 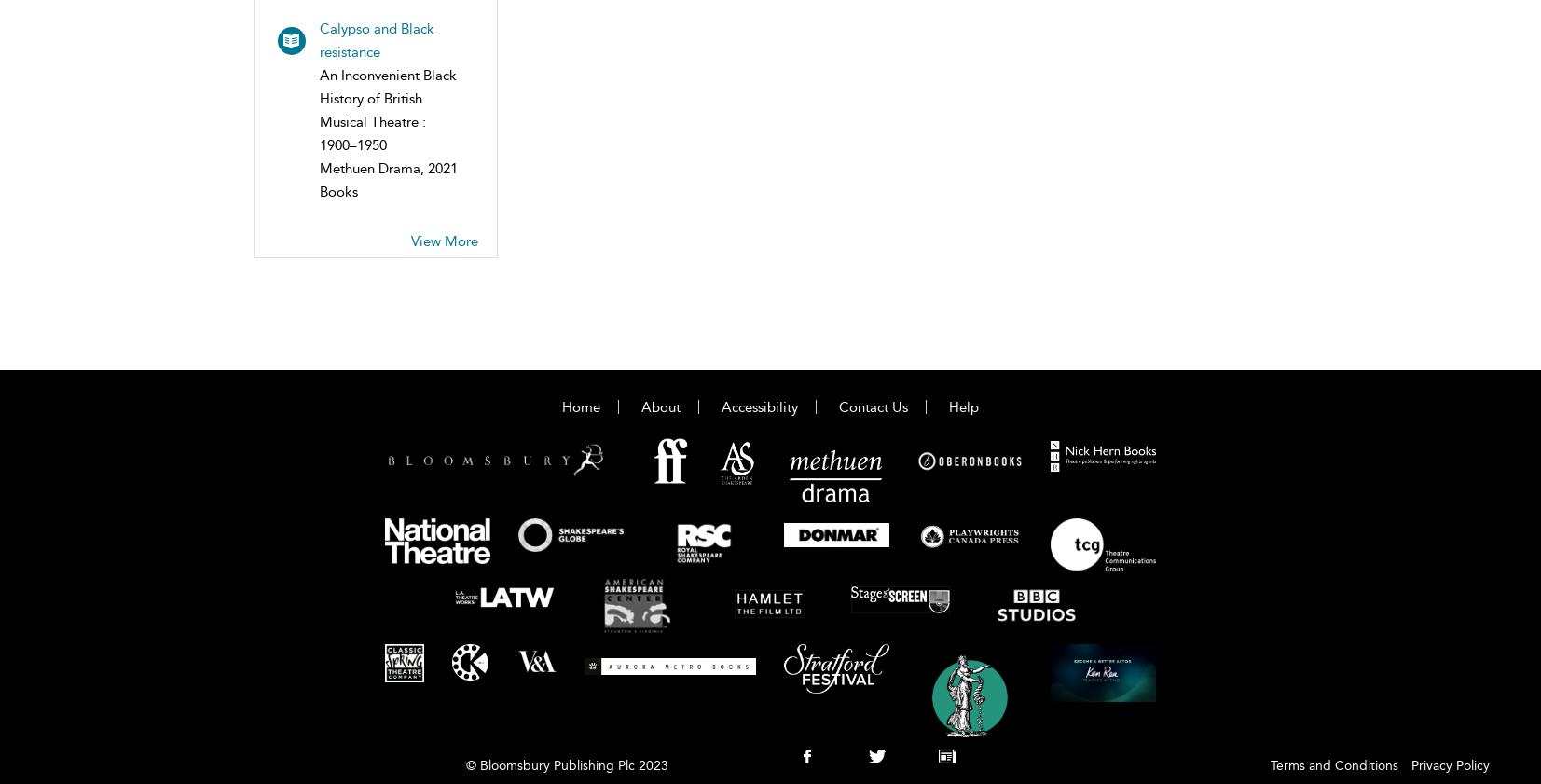 What do you see at coordinates (387, 167) in the screenshot?
I see `'Methuen Drama, 2021'` at bounding box center [387, 167].